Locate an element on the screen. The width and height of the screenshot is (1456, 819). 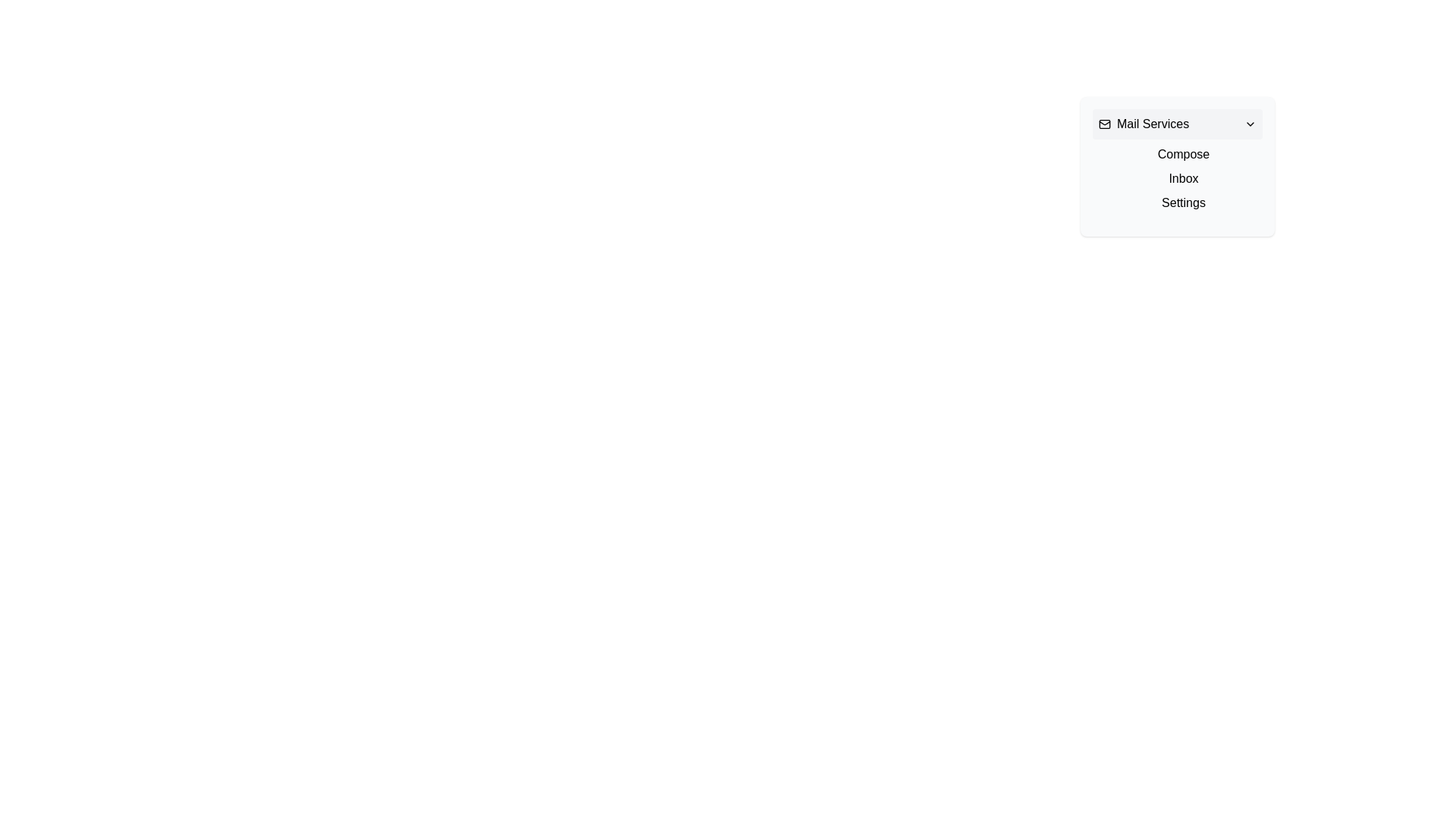
the Chevron-down icon located to the far right of the 'Mail Services' header is located at coordinates (1250, 124).